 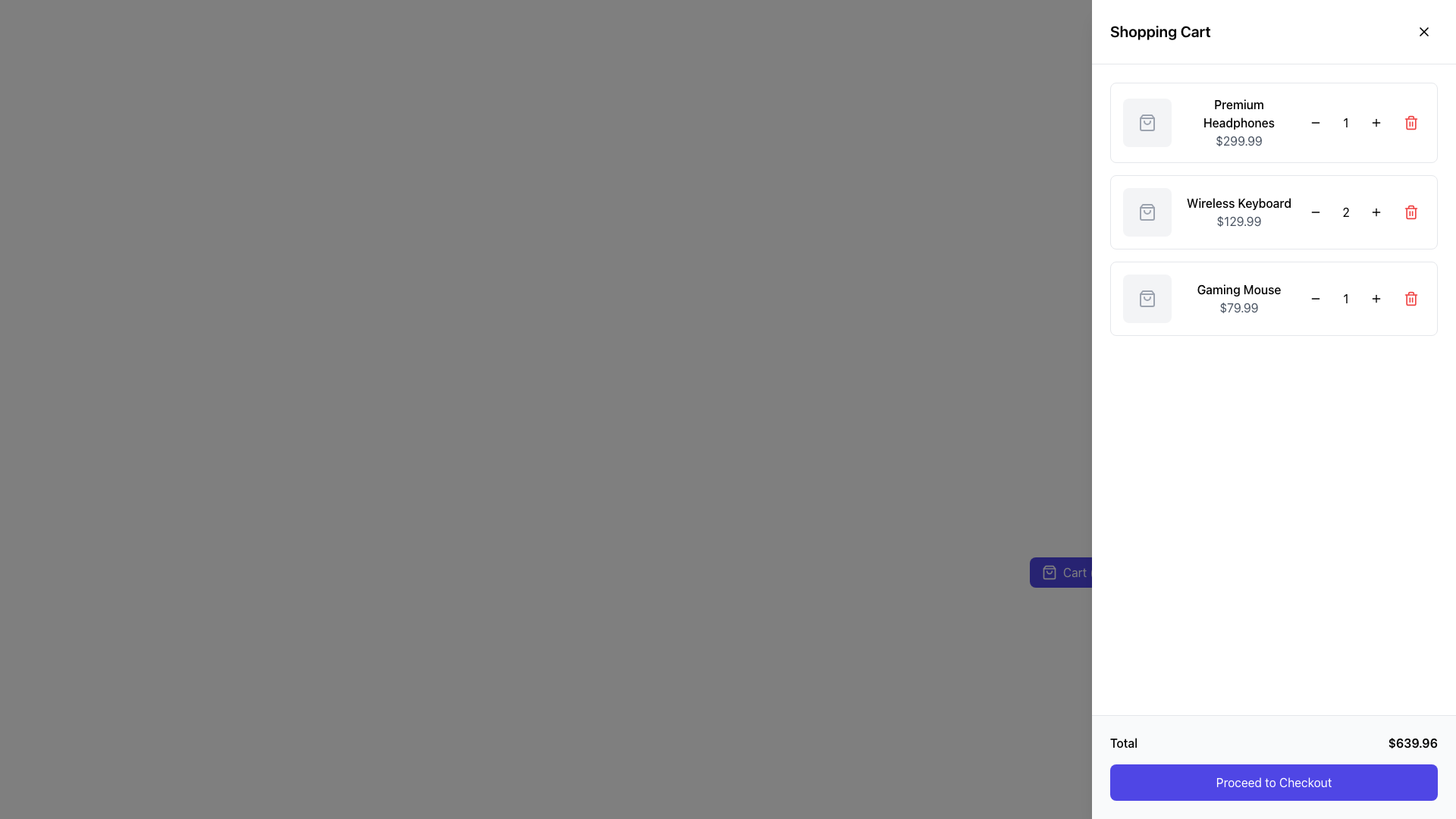 What do you see at coordinates (1238, 140) in the screenshot?
I see `the price text label located beneath the 'Premium Headphones' in the shopping cart for accessibility purposes` at bounding box center [1238, 140].